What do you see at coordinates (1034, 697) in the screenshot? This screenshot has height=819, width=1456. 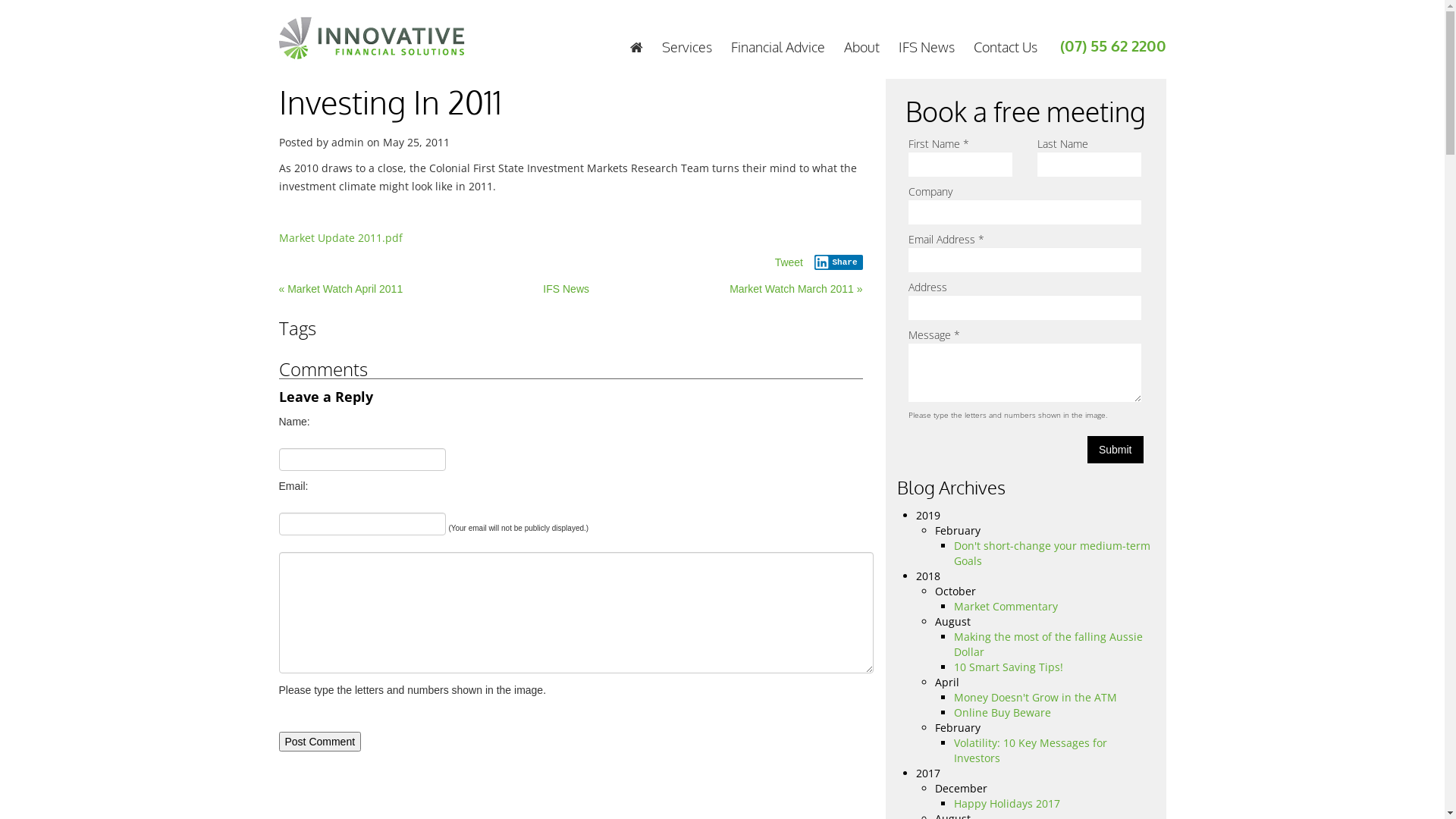 I see `'Money Doesn't Grow in the ATM'` at bounding box center [1034, 697].